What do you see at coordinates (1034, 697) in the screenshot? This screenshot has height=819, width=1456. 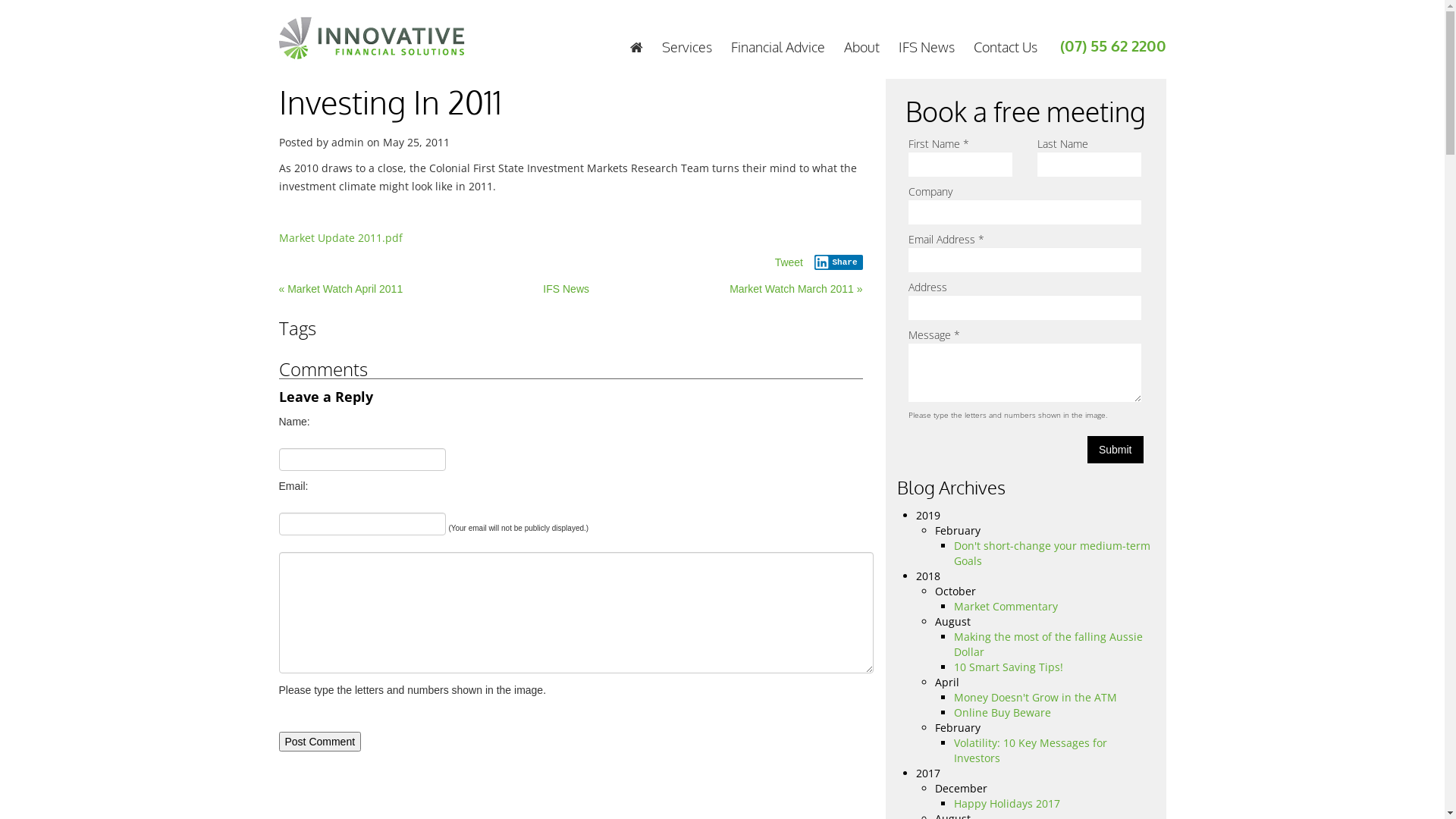 I see `'Money Doesn't Grow in the ATM'` at bounding box center [1034, 697].